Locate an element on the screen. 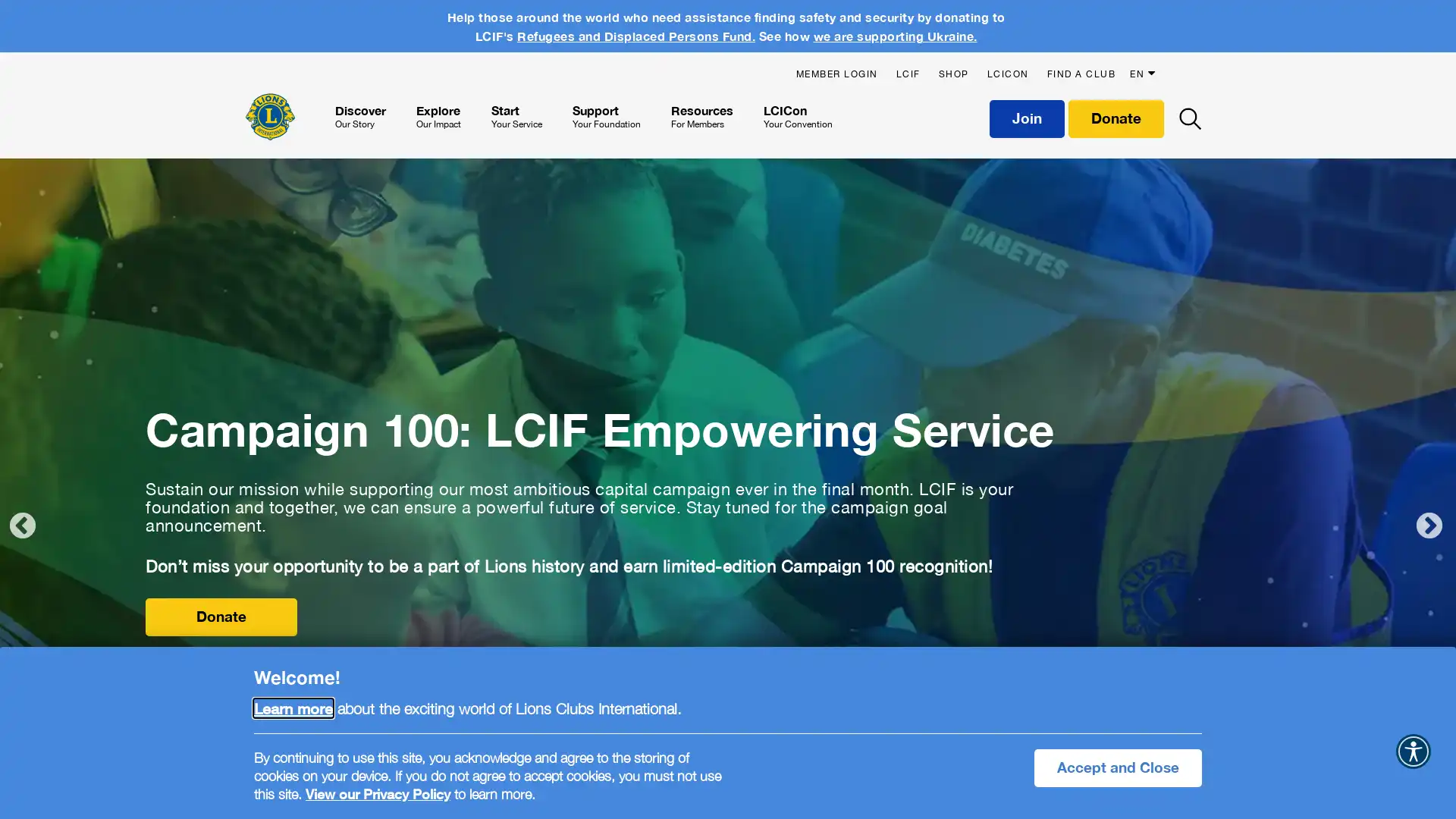 Image resolution: width=1456 pixels, height=819 pixels. Accessibility Menu is located at coordinates (1412, 752).